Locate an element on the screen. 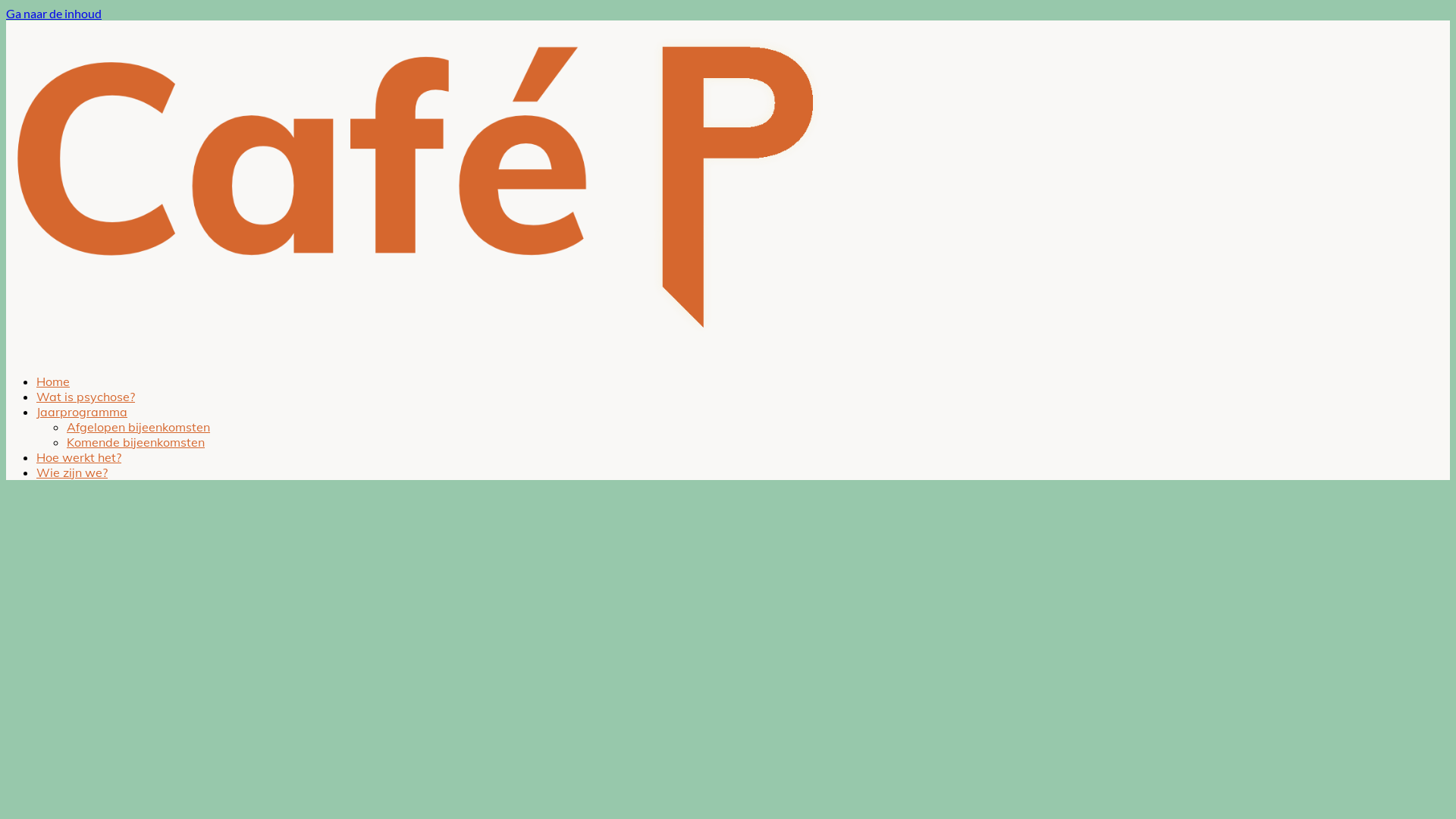  'Home' is located at coordinates (53, 380).